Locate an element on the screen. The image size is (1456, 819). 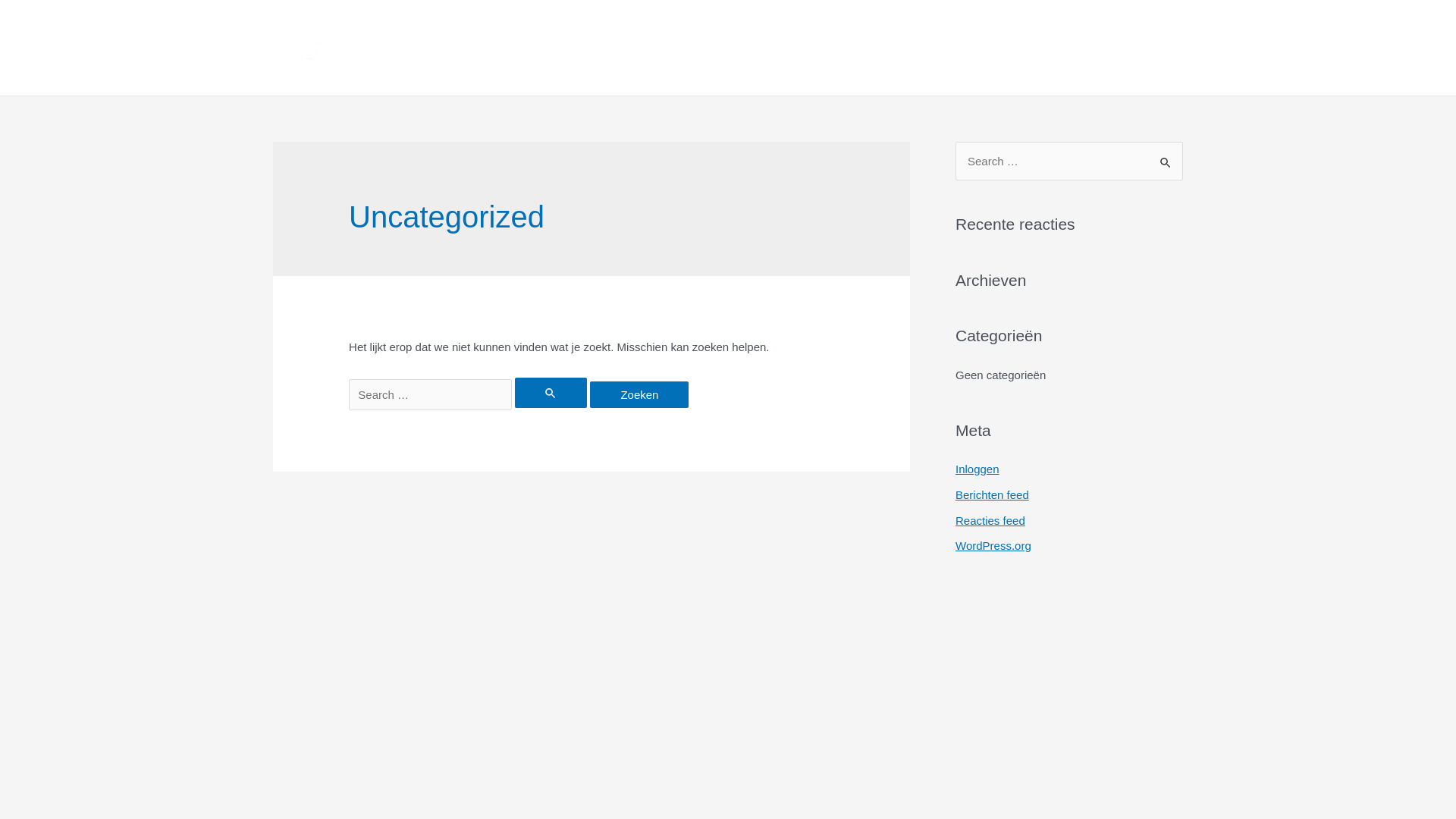
'Over ons' is located at coordinates (933, 46).